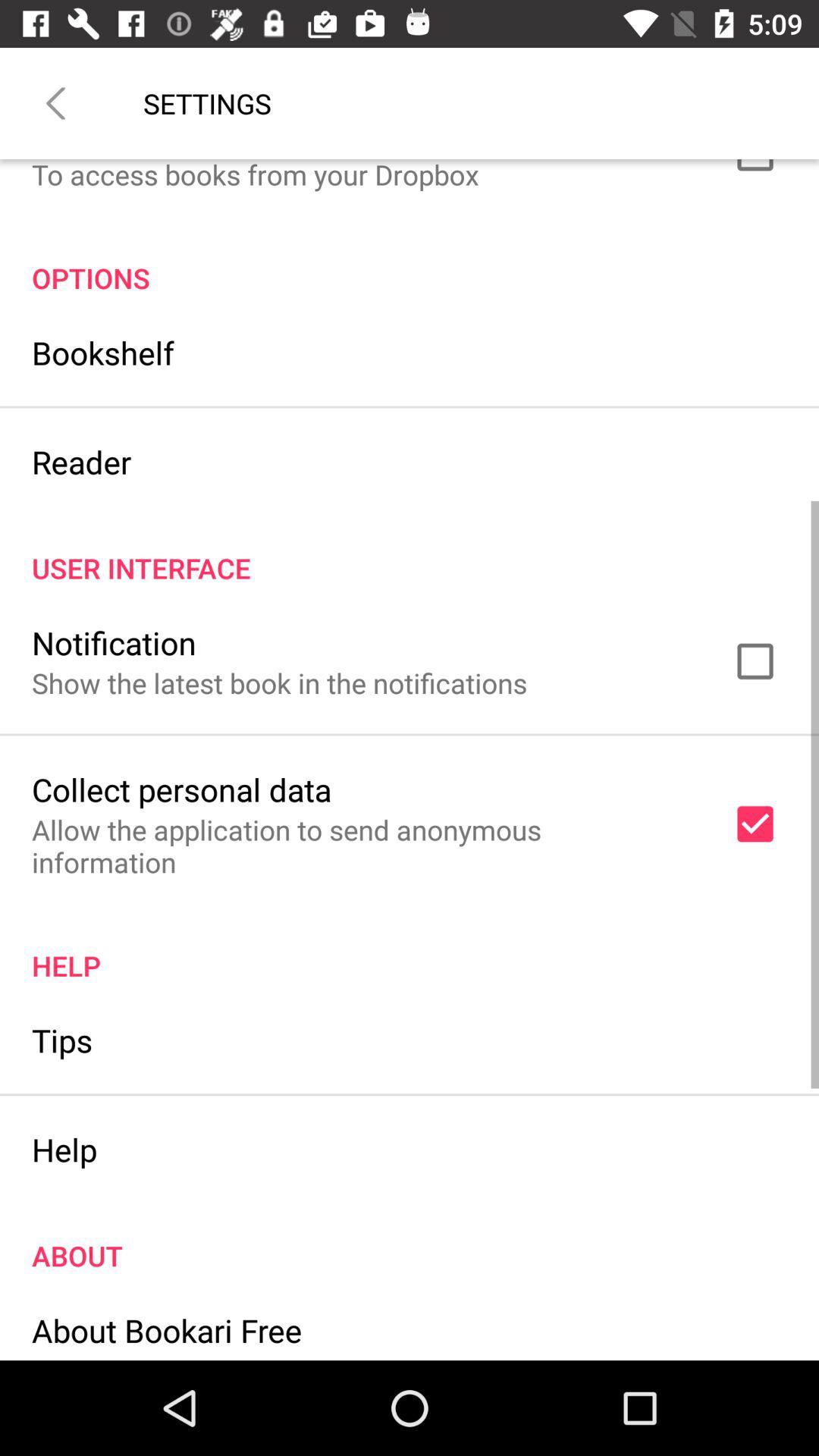 The width and height of the screenshot is (819, 1456). What do you see at coordinates (409, 551) in the screenshot?
I see `item above the notification` at bounding box center [409, 551].